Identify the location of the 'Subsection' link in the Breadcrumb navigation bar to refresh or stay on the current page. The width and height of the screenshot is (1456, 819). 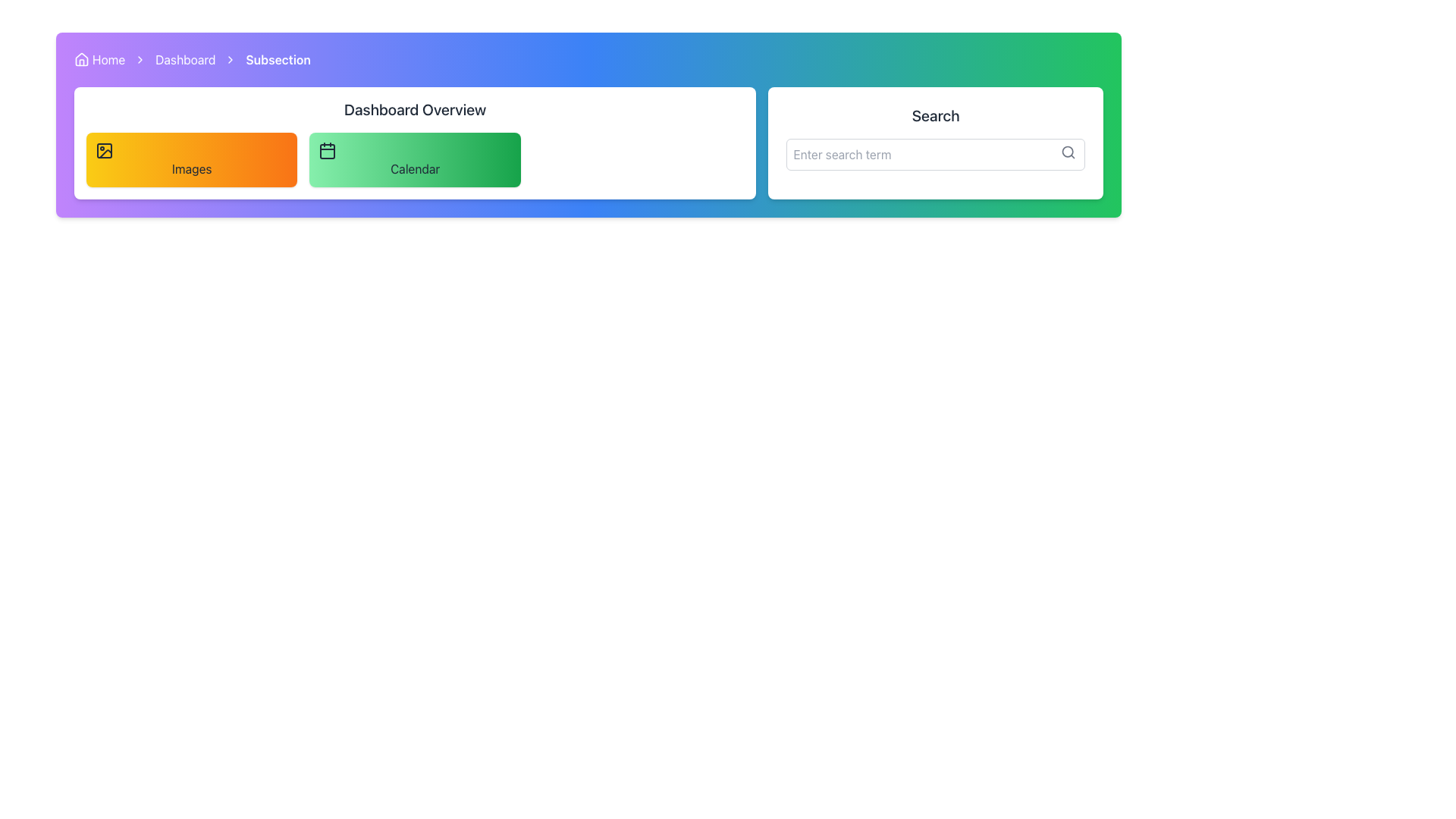
(588, 58).